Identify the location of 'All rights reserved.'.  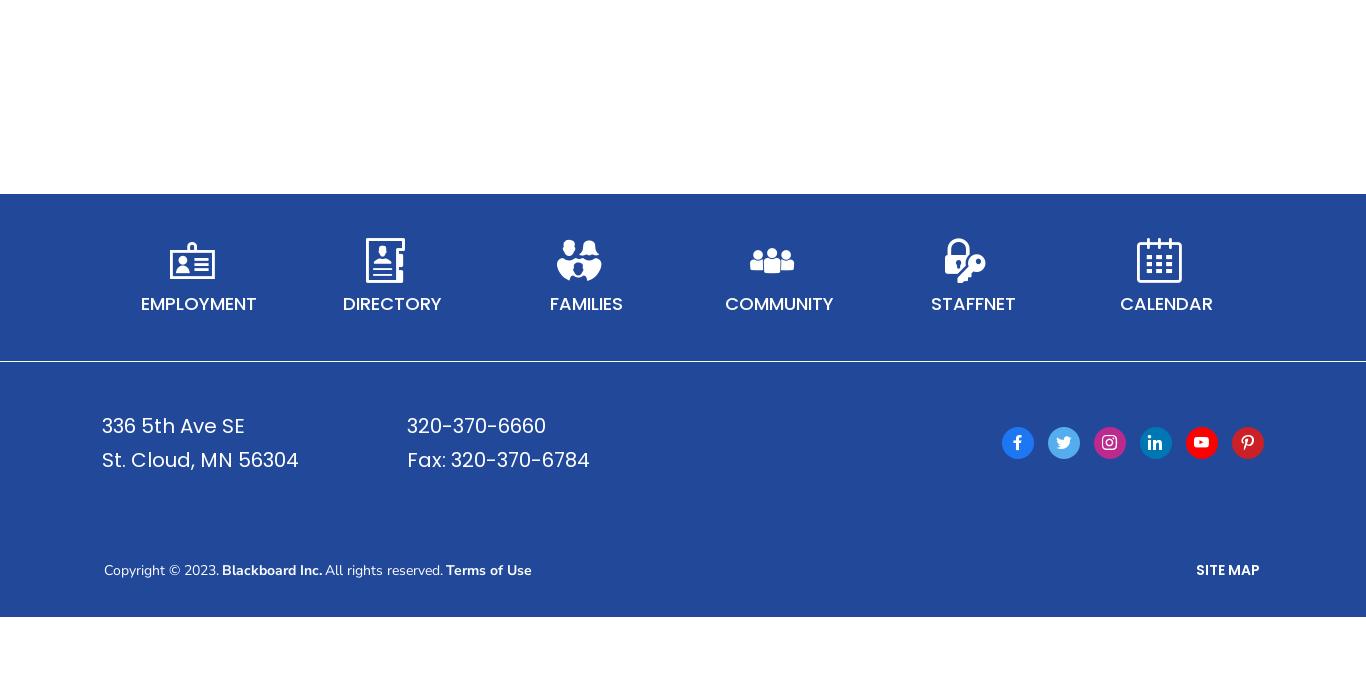
(324, 597).